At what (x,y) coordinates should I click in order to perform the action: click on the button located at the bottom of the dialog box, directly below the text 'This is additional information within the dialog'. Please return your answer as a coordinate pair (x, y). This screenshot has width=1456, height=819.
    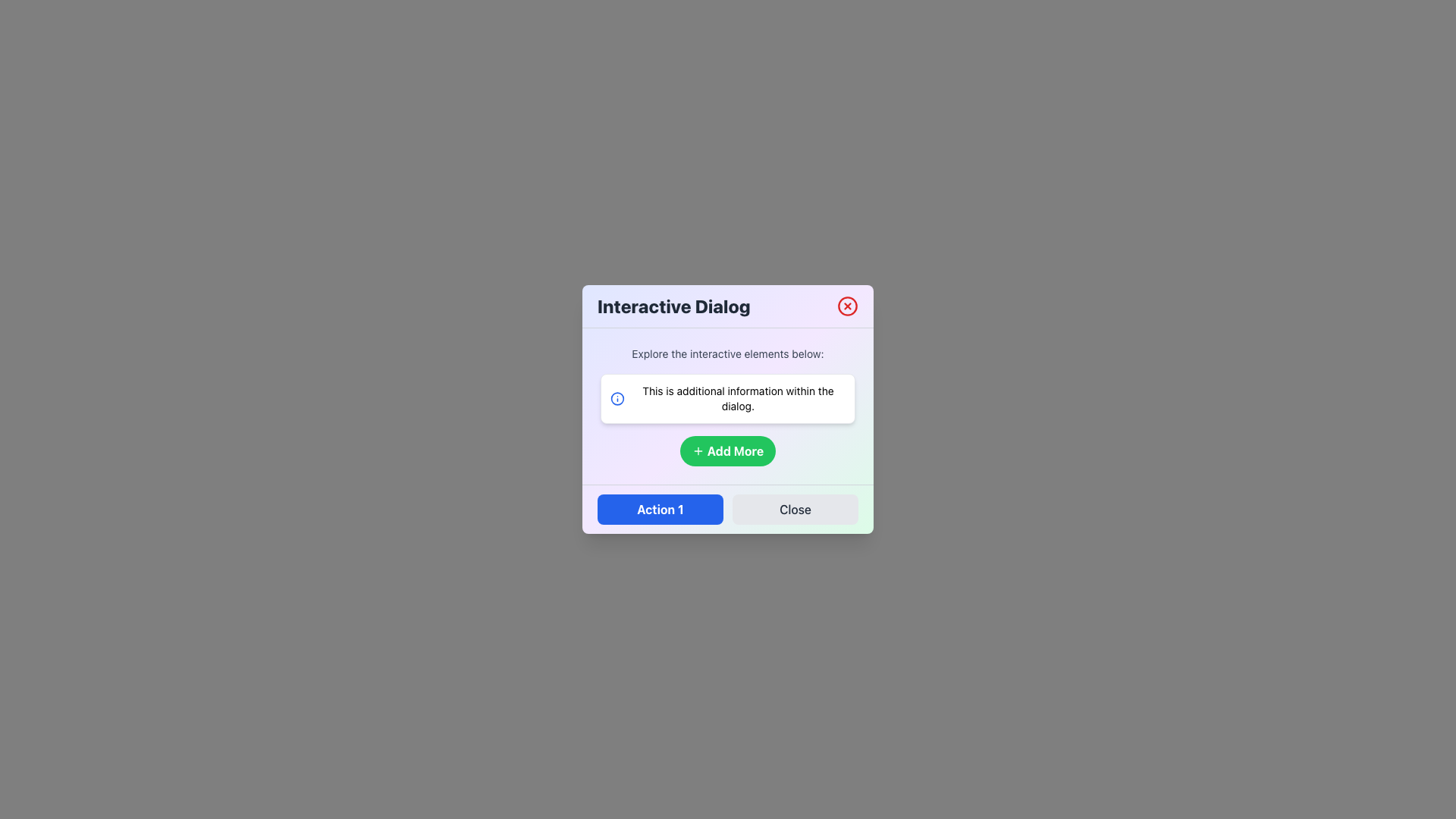
    Looking at the image, I should click on (728, 450).